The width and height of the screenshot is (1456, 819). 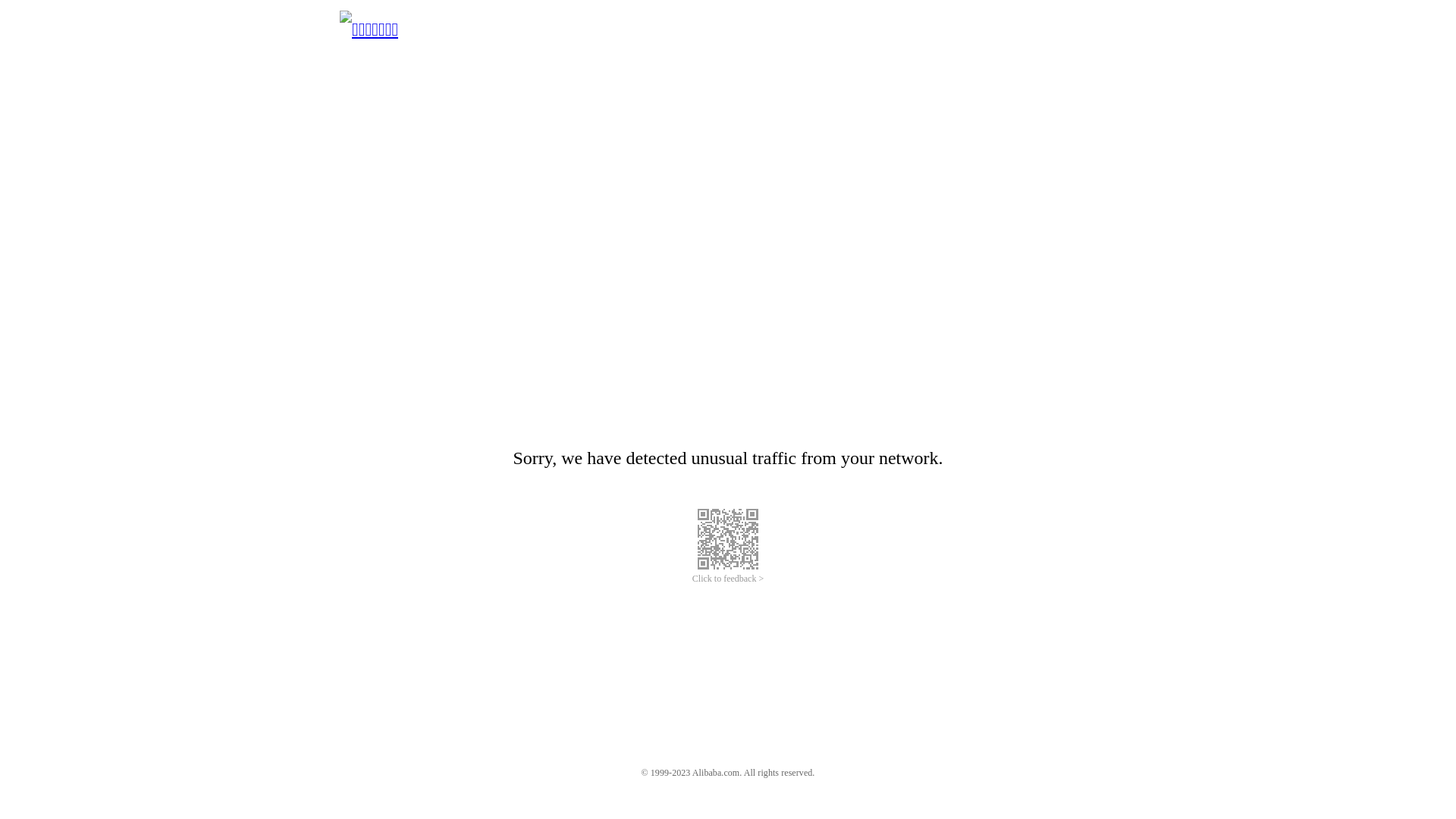 I want to click on 'Click to feedback >', so click(x=691, y=579).